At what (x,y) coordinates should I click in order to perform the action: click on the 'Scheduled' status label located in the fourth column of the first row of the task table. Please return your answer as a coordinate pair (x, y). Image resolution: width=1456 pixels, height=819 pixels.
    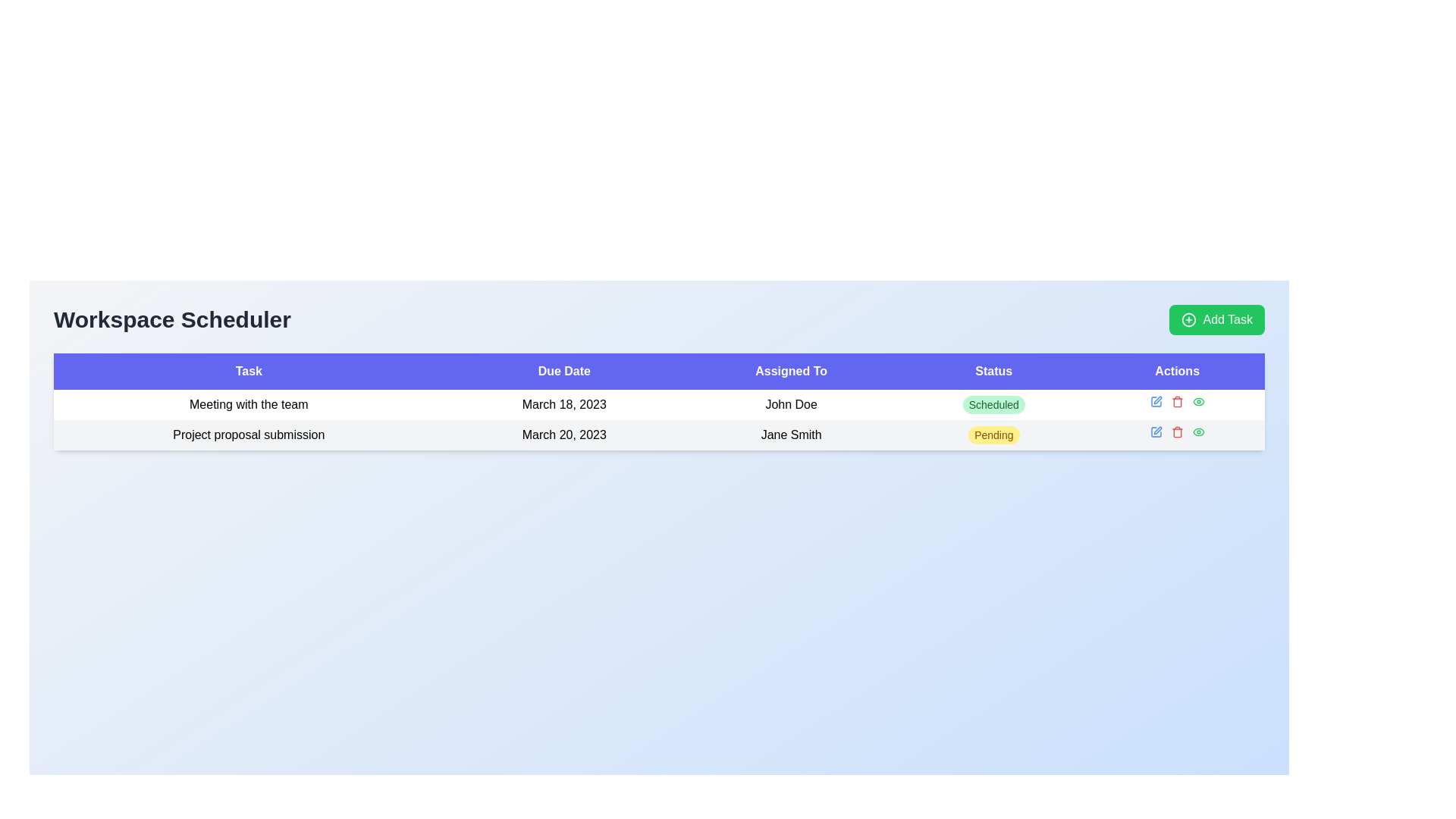
    Looking at the image, I should click on (993, 403).